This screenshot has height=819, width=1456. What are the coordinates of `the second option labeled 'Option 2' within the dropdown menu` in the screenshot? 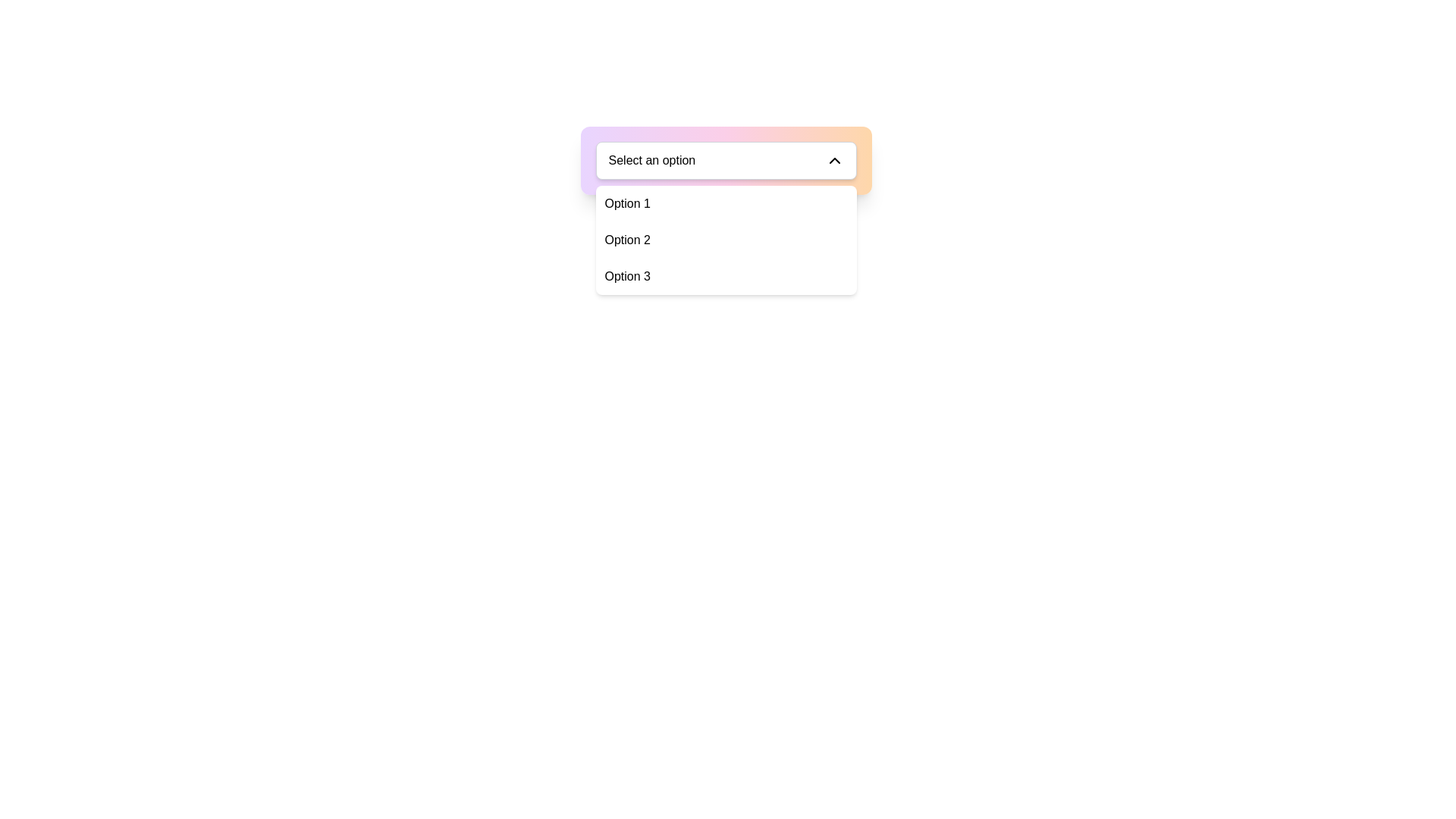 It's located at (627, 239).